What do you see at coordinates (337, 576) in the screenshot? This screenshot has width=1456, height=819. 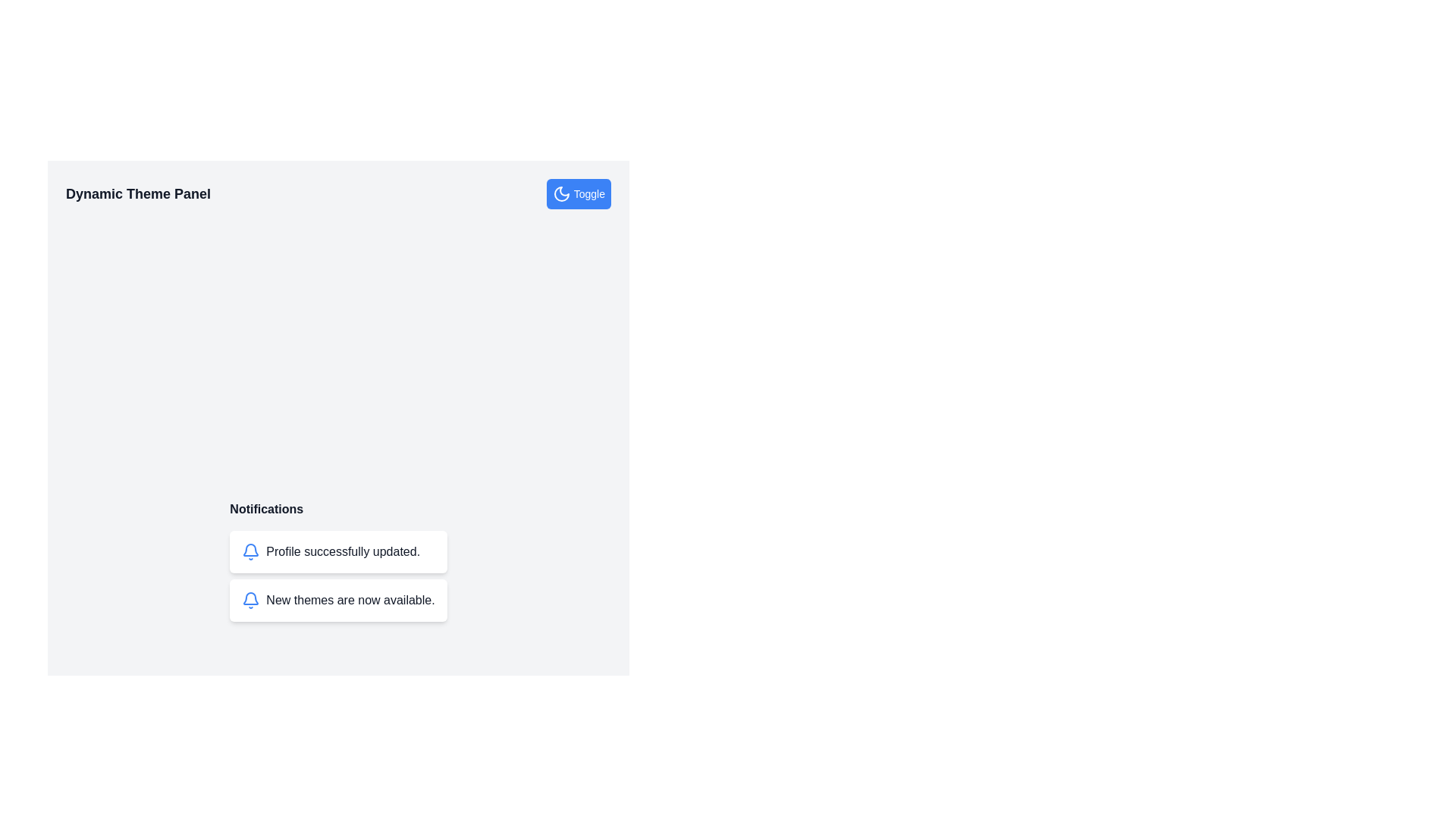 I see `notifications displayed in the informational banner that shows messages about profile updates and available themes` at bounding box center [337, 576].